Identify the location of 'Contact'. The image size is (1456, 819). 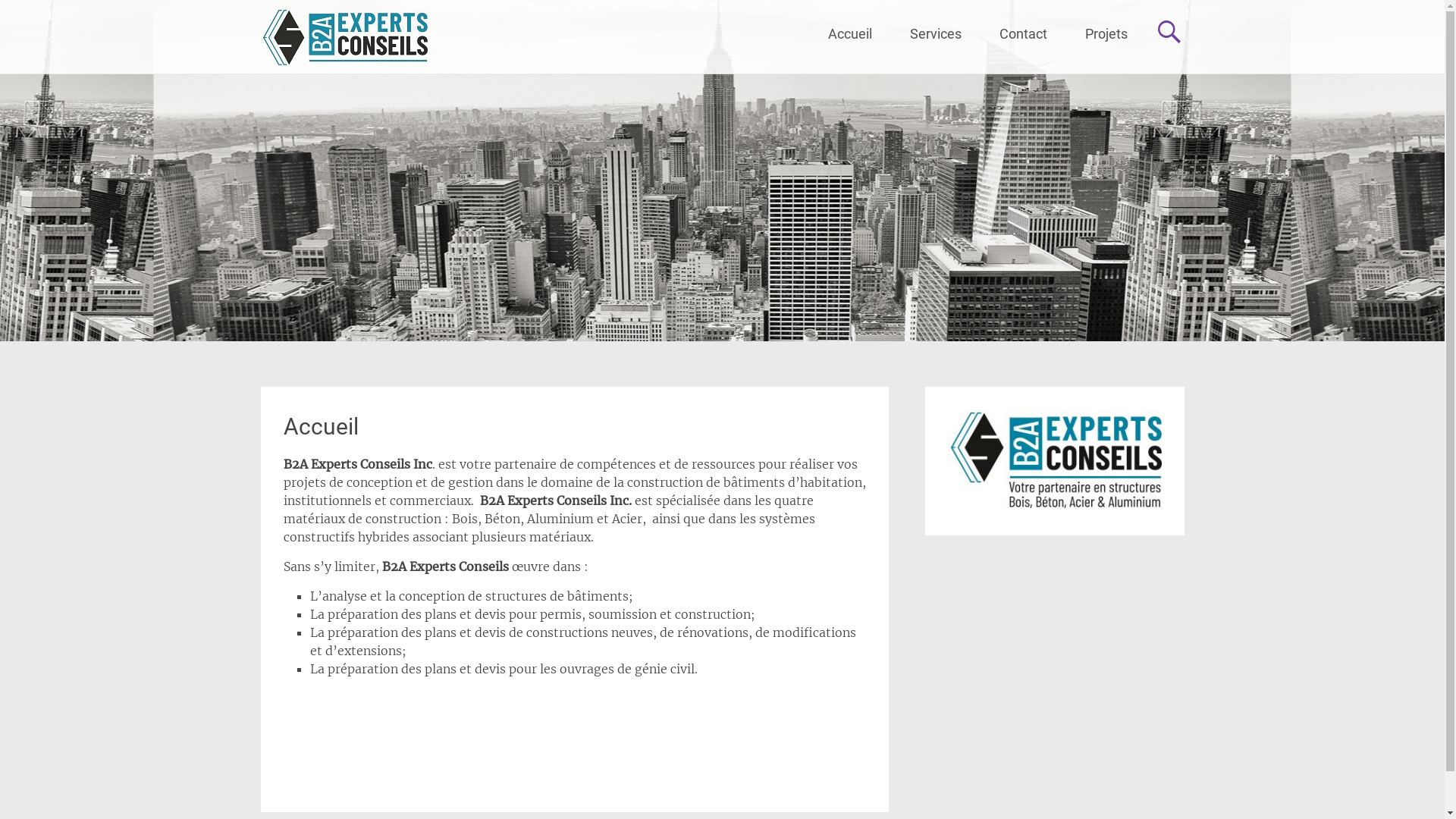
(1022, 34).